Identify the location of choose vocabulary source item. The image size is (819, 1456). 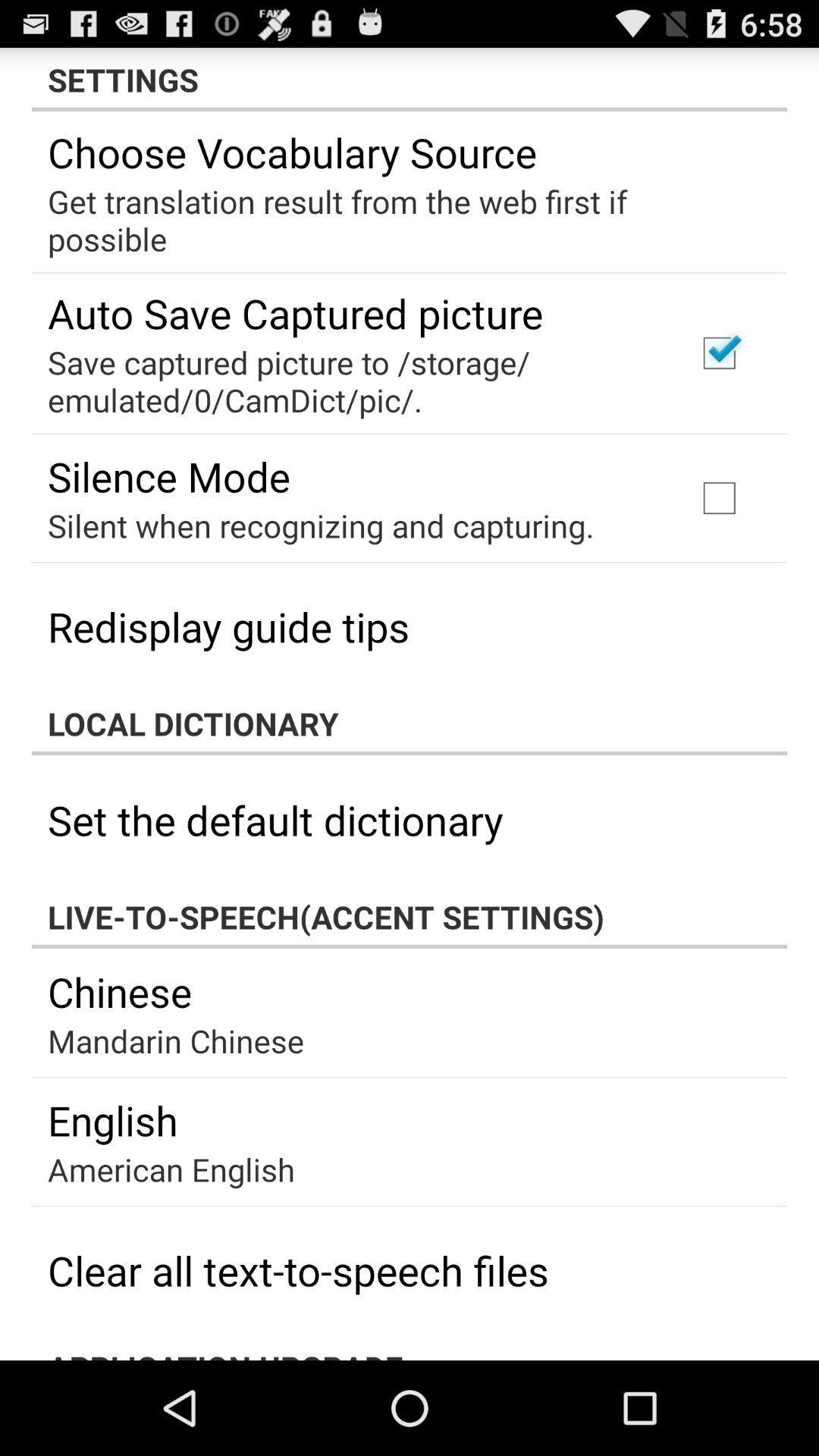
(292, 152).